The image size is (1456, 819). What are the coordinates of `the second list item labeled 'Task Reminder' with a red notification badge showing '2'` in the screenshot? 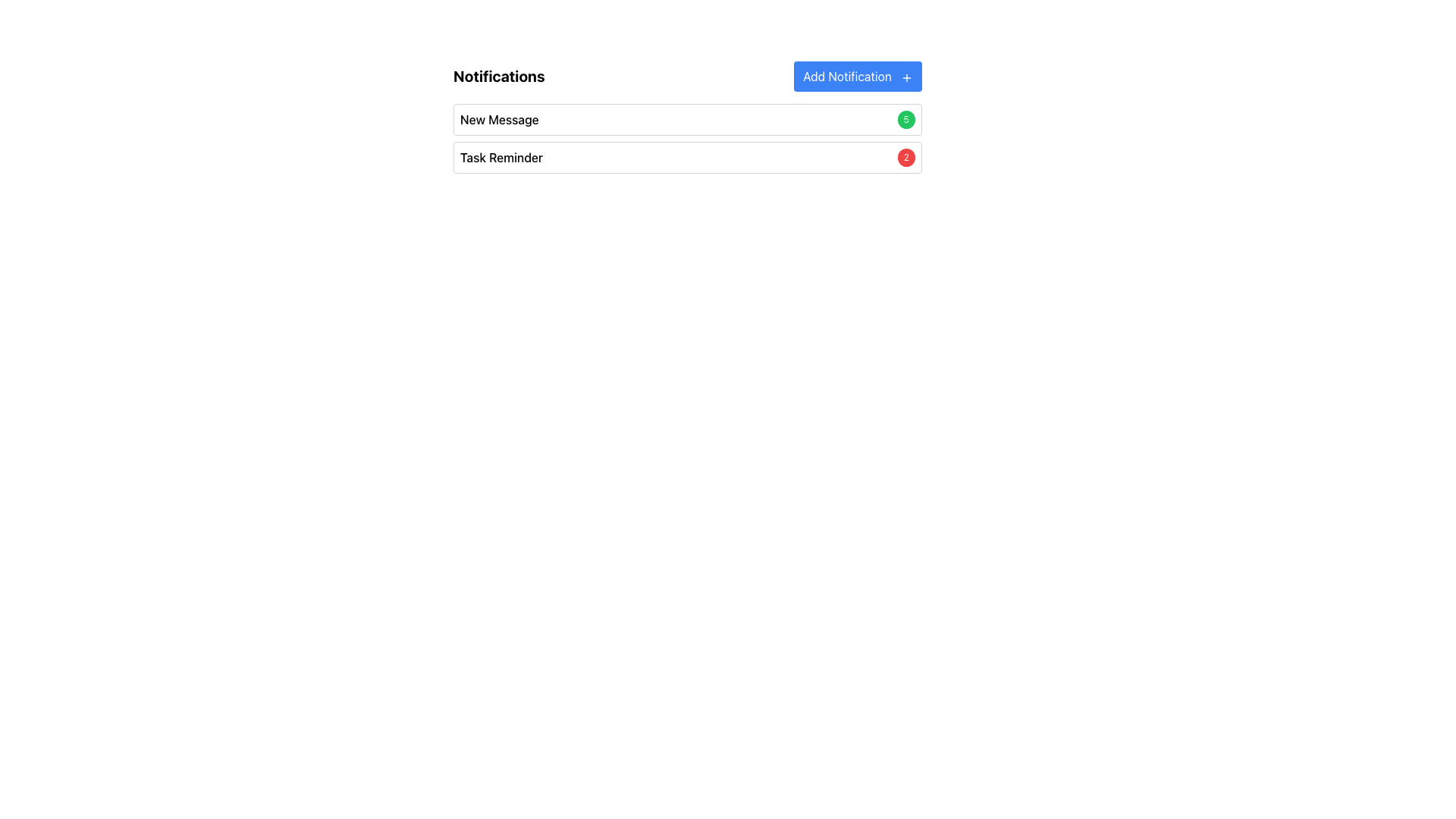 It's located at (687, 158).